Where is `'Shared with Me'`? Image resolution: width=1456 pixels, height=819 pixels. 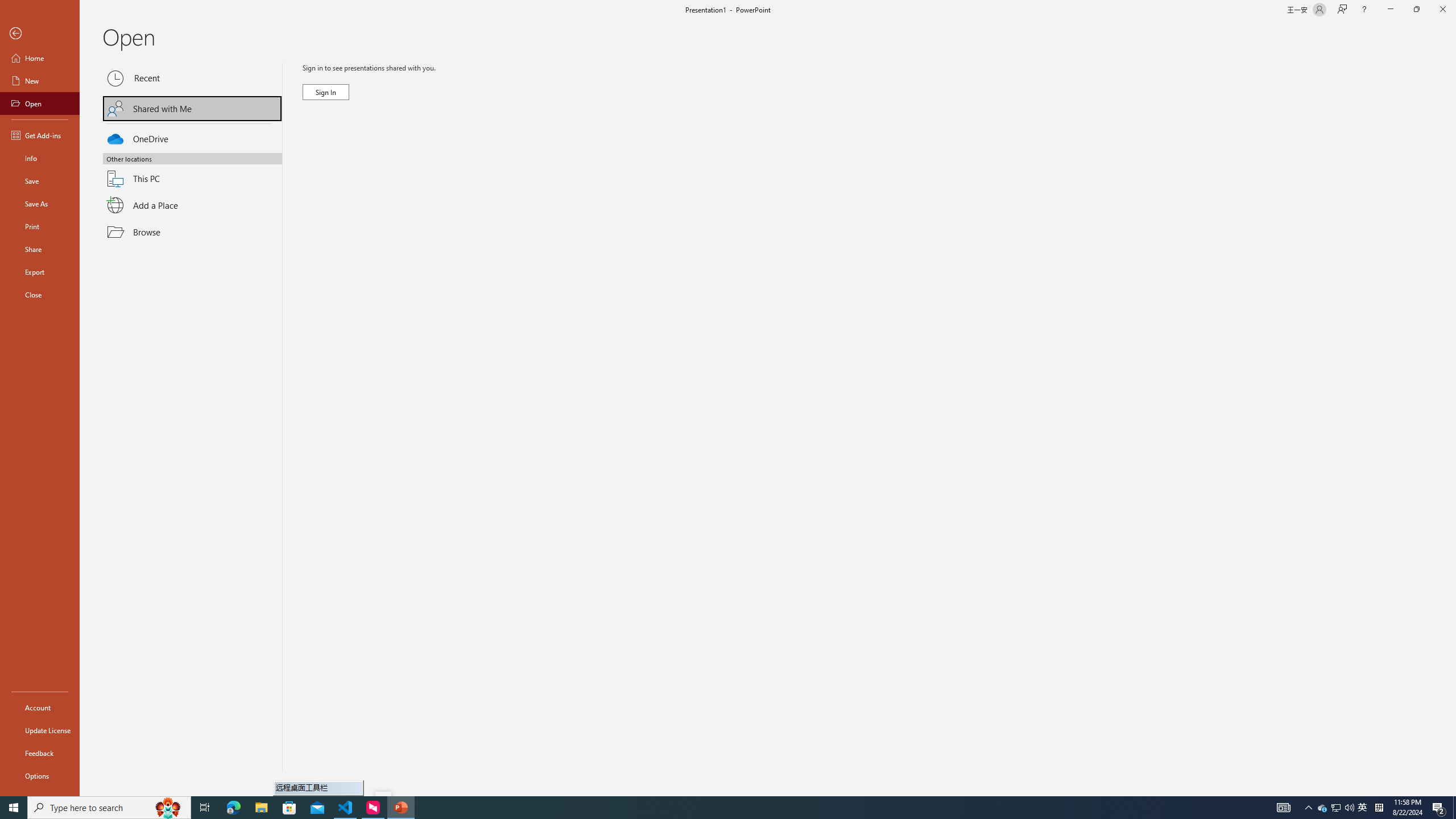
'Shared with Me' is located at coordinates (192, 107).